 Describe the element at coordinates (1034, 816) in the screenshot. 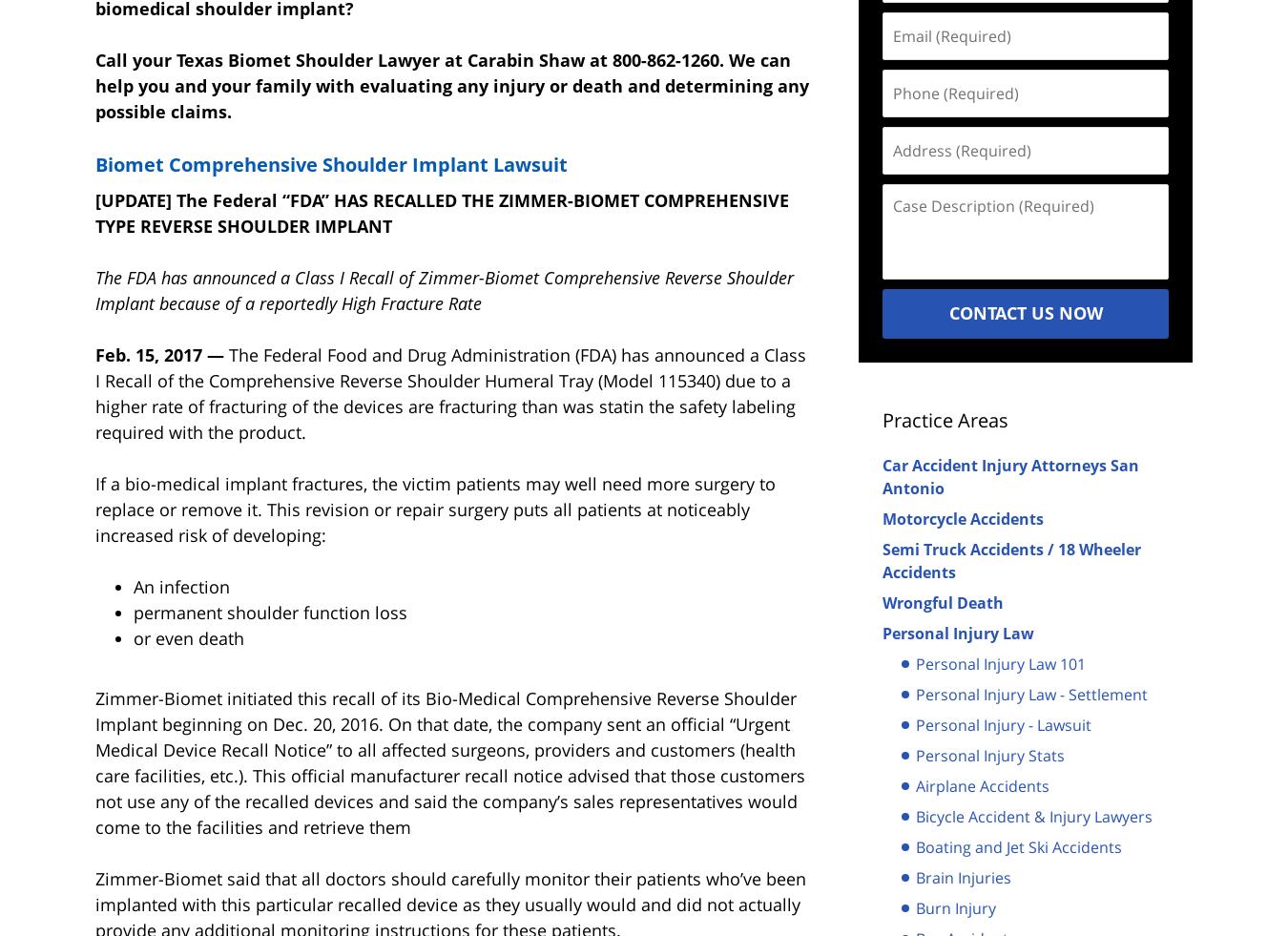

I see `'Bicycle Accident & Injury Lawyers'` at that location.